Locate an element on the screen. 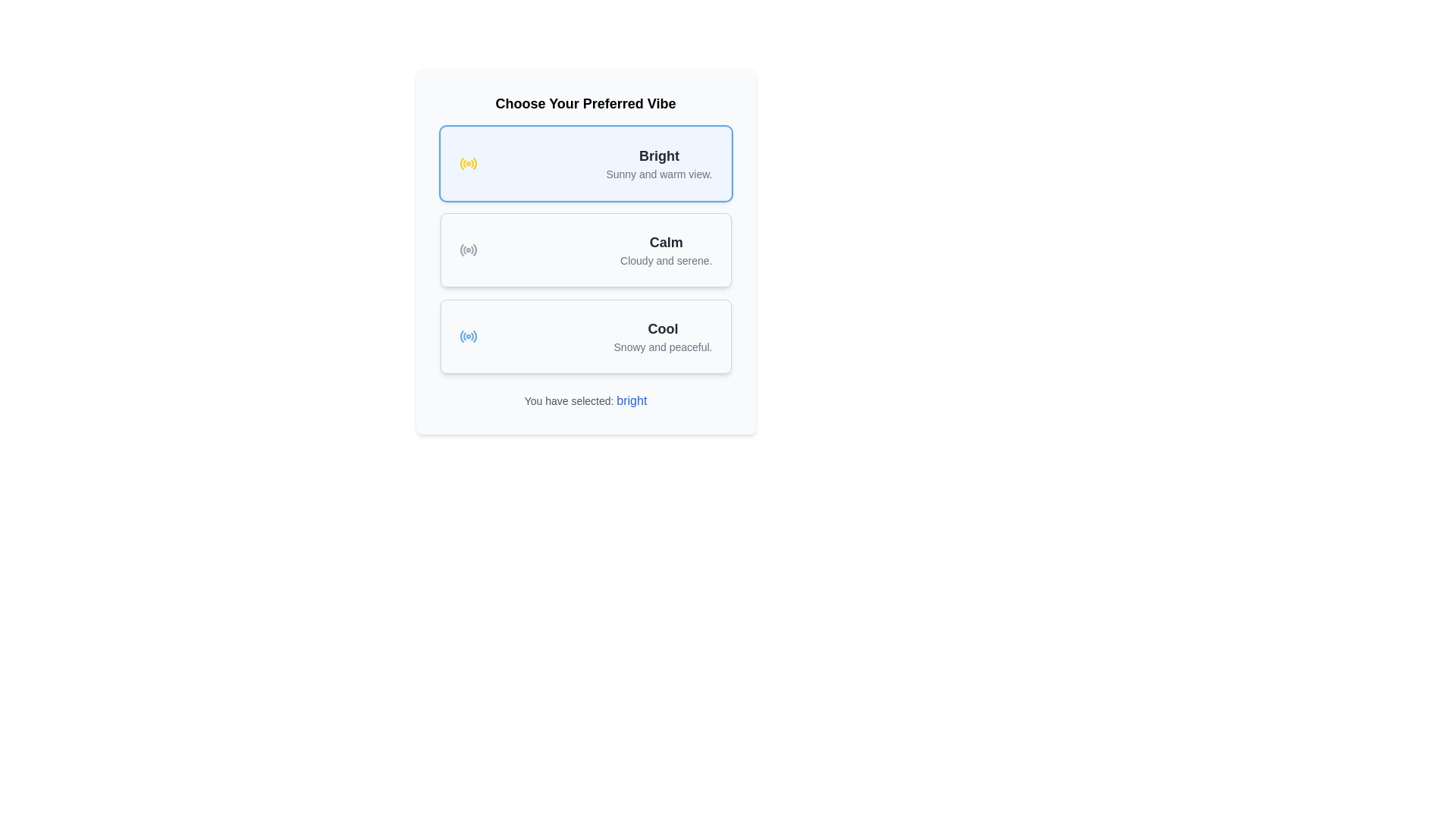 The image size is (1456, 819). the decorative 'Calm' vibe icon located in the second row of the 'Choose Your Preferred Vibe' list, positioned before the text 'Cloudy and serene.' is located at coordinates (467, 249).